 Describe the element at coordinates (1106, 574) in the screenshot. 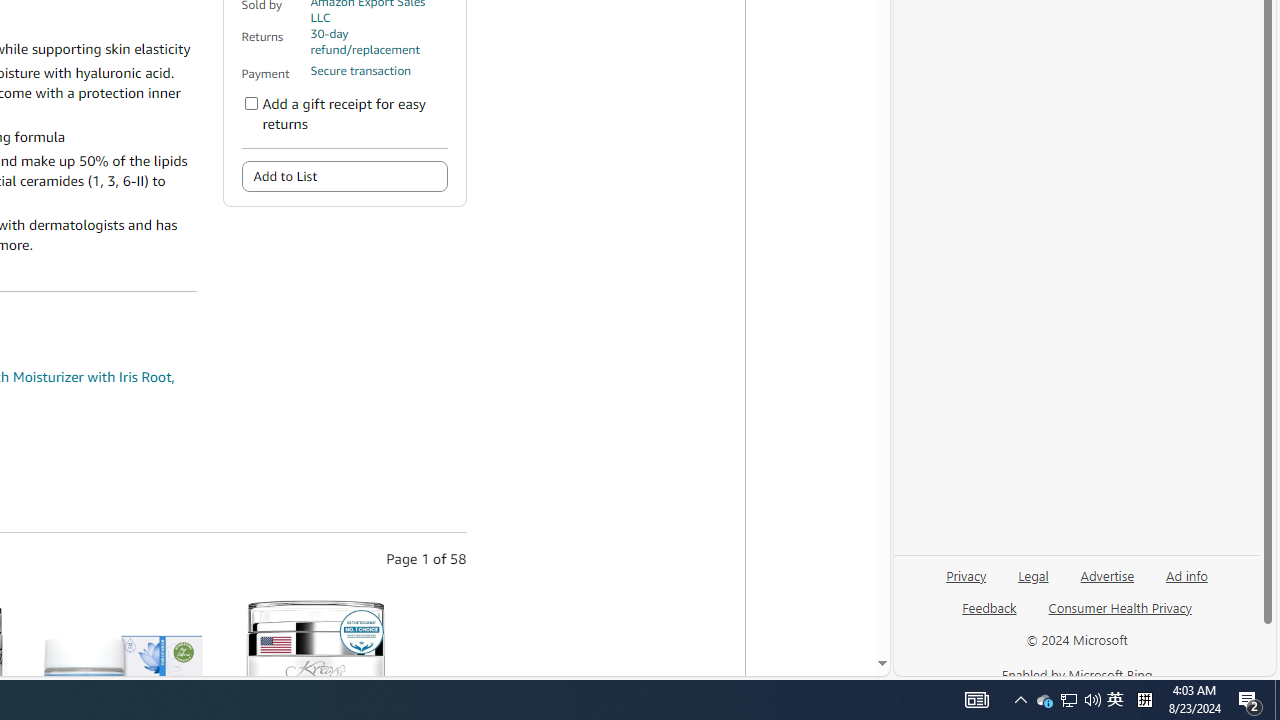

I see `'Advertise'` at that location.